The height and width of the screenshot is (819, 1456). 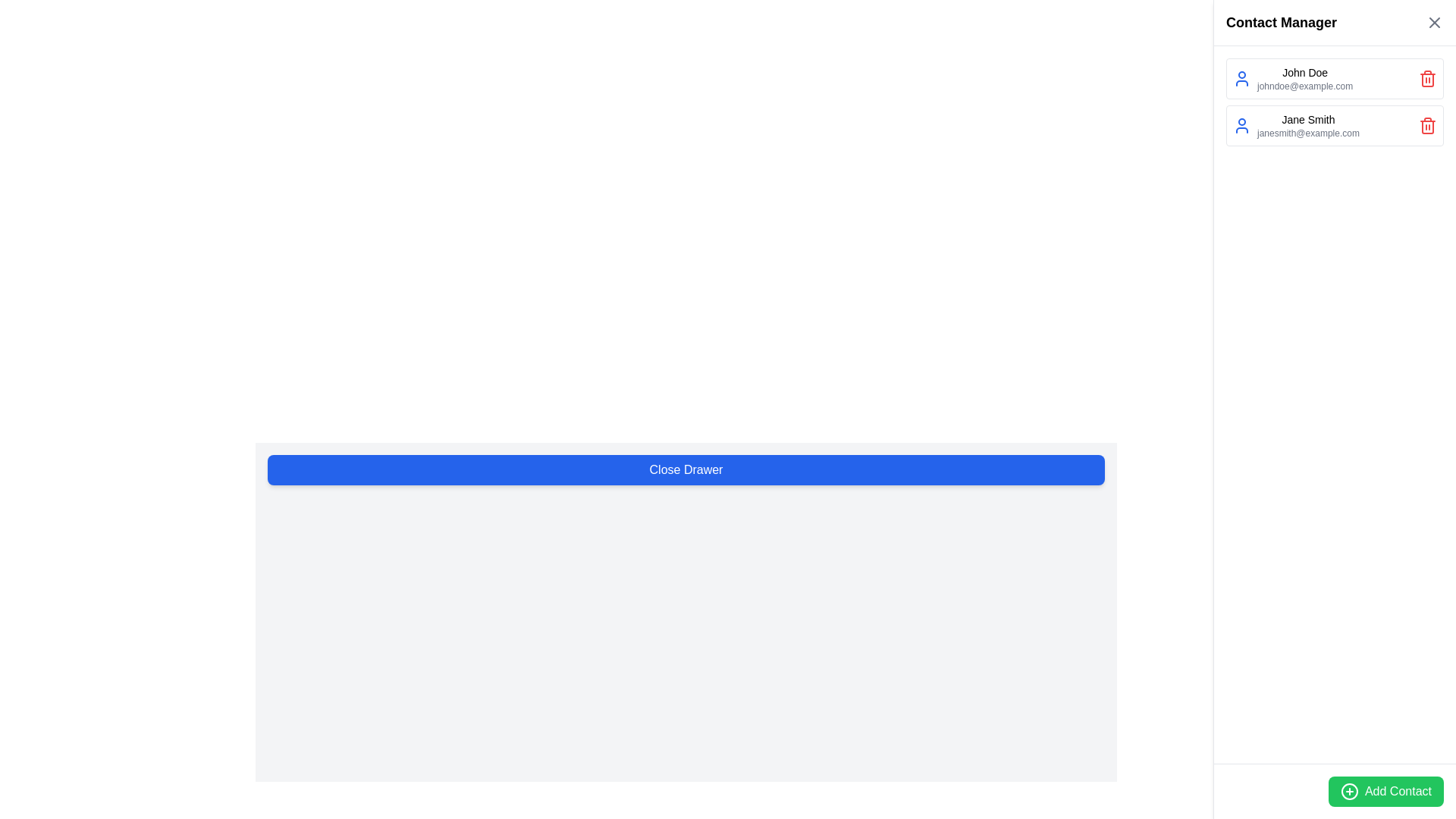 I want to click on the user icon in the contact list interface that represents 'John Doe', located to the left of the text 'johndoe@example.com', so click(x=1241, y=79).